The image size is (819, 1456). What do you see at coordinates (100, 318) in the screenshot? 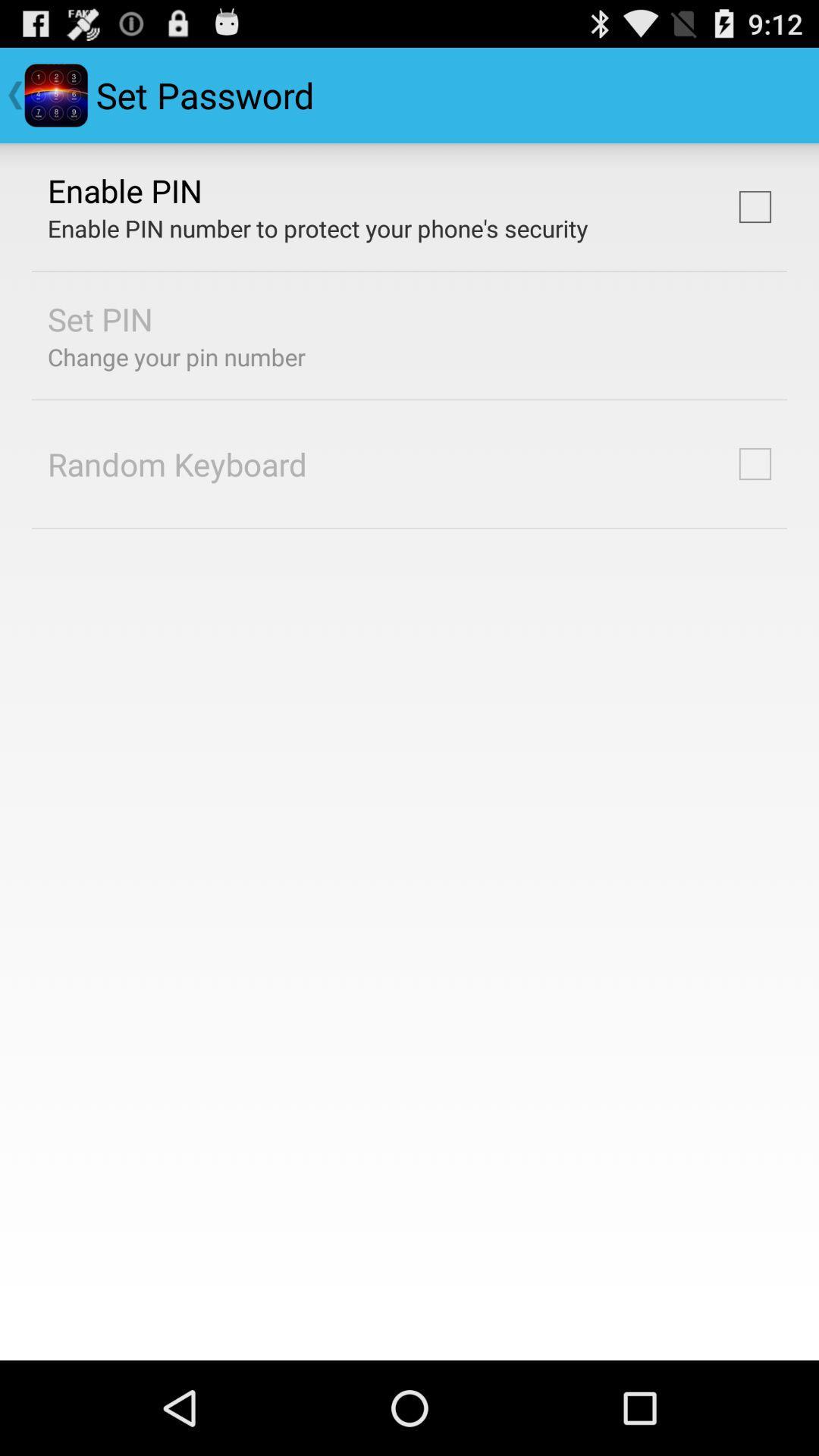
I see `the icon above change your pin` at bounding box center [100, 318].